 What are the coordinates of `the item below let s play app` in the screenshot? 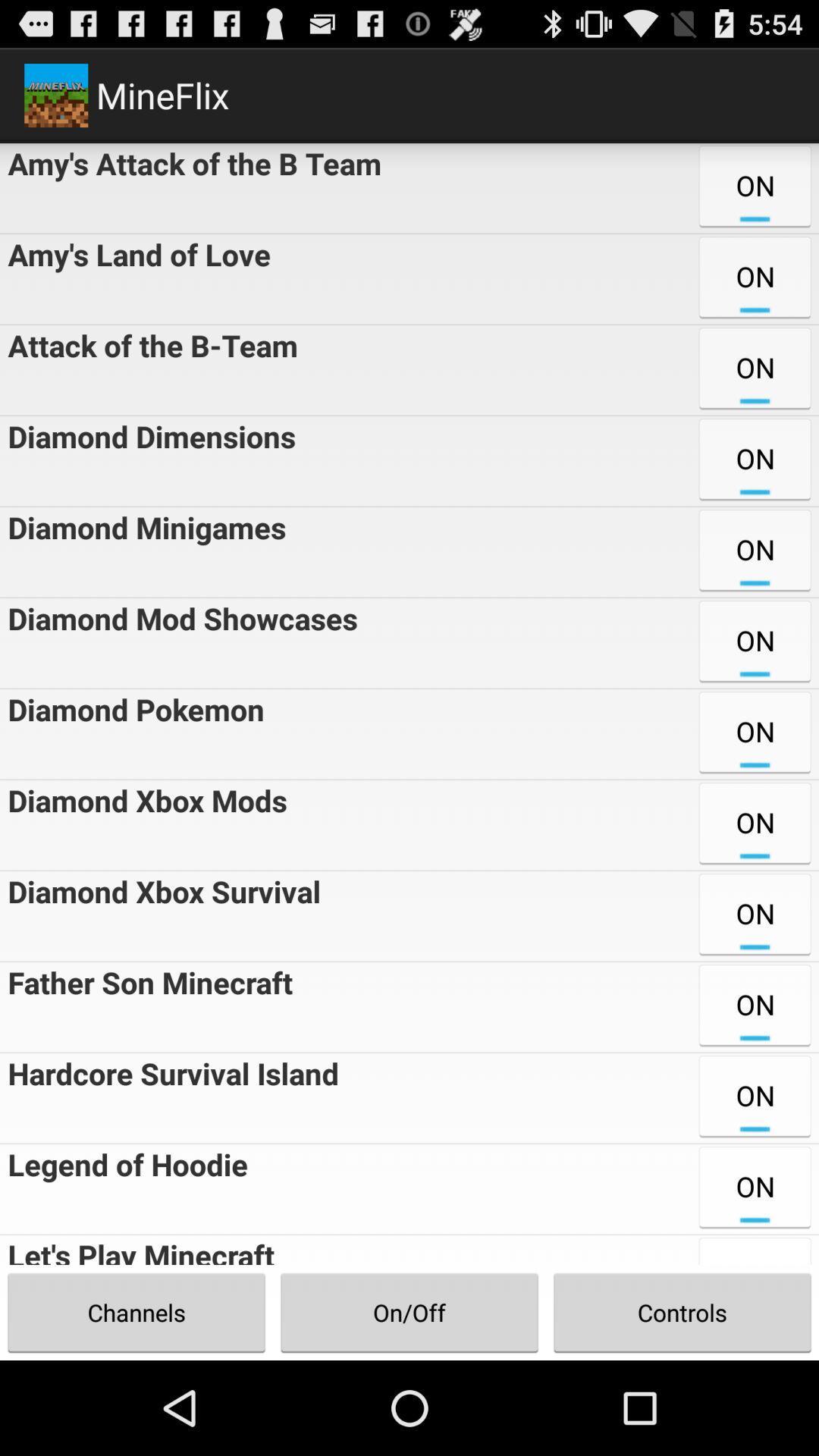 It's located at (409, 1312).